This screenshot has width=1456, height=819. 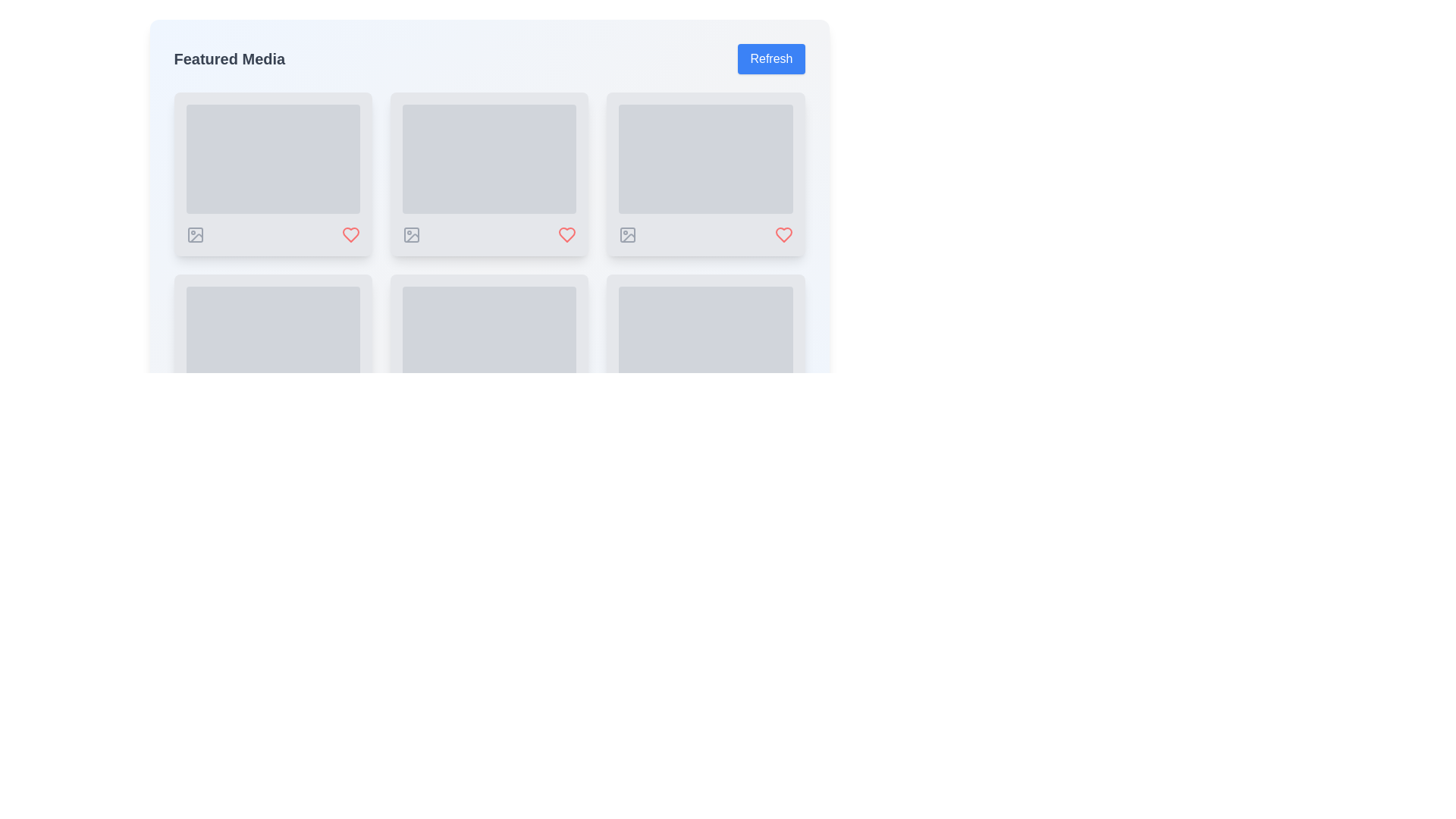 What do you see at coordinates (411, 234) in the screenshot?
I see `the gray rectangle with rounded corners located within the photo icon in the second column of the first row under 'Featured Media'` at bounding box center [411, 234].